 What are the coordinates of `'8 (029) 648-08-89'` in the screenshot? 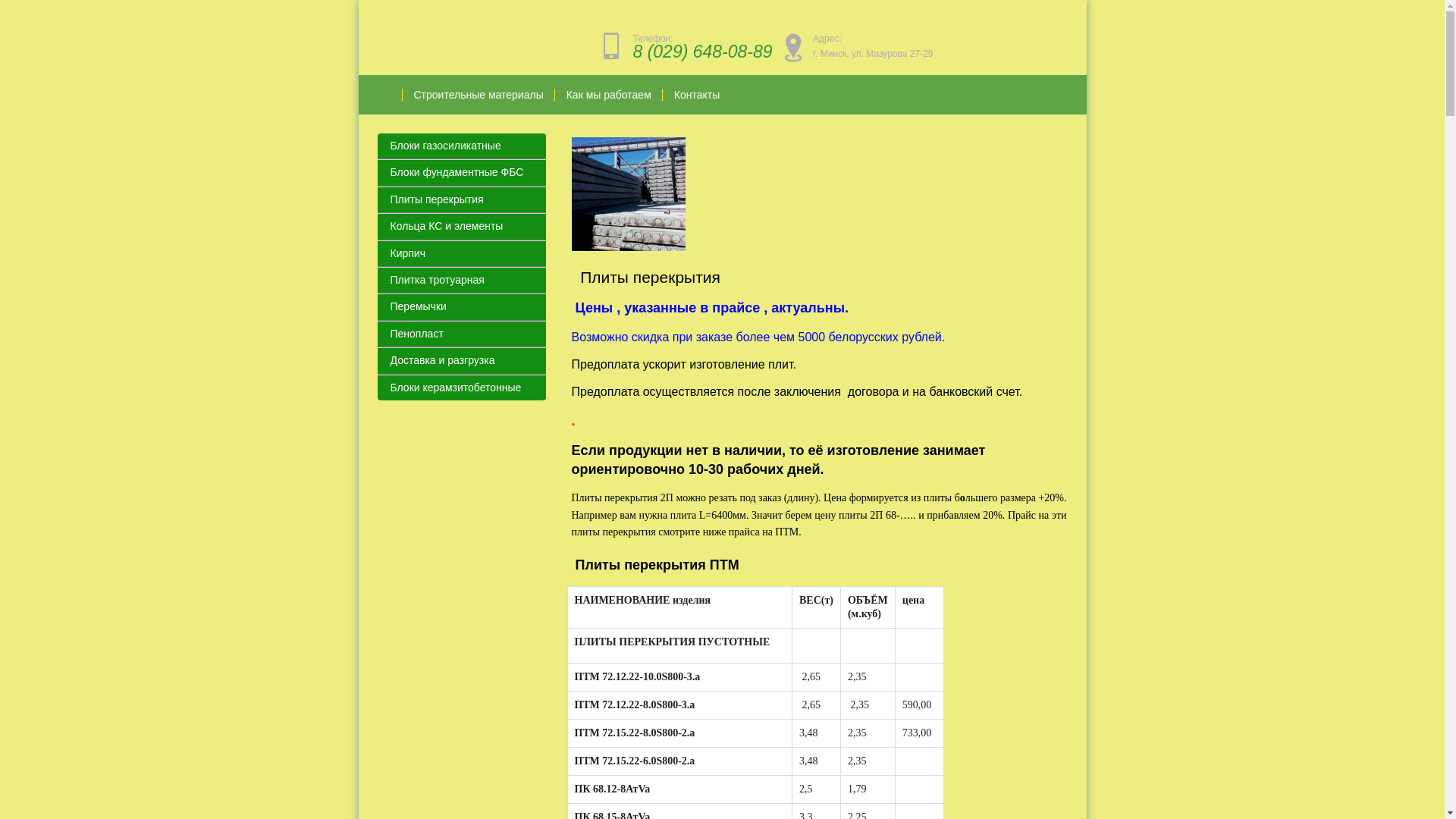 It's located at (701, 51).